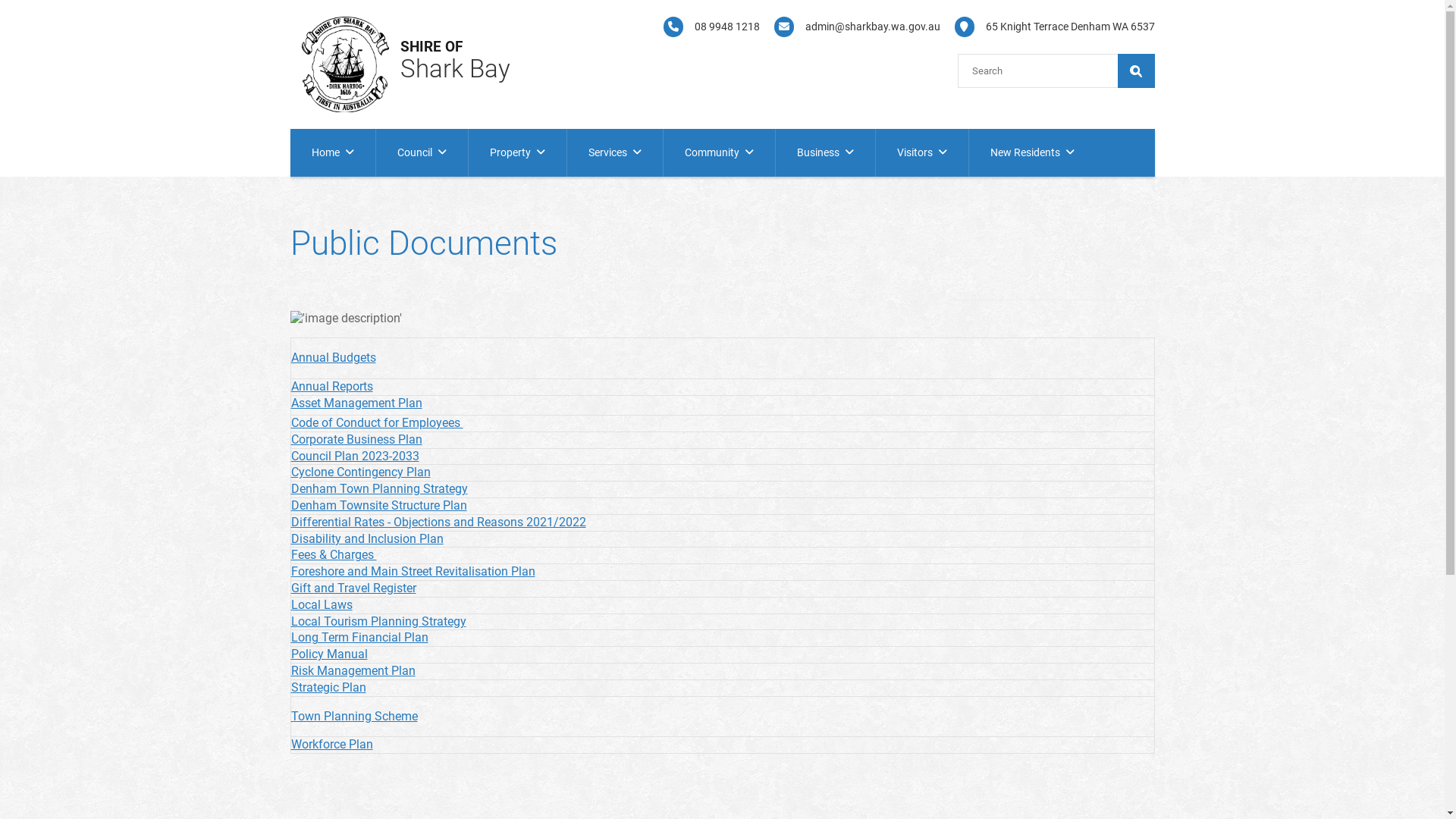  Describe the element at coordinates (353, 587) in the screenshot. I see `'Gift and Travel Register'` at that location.